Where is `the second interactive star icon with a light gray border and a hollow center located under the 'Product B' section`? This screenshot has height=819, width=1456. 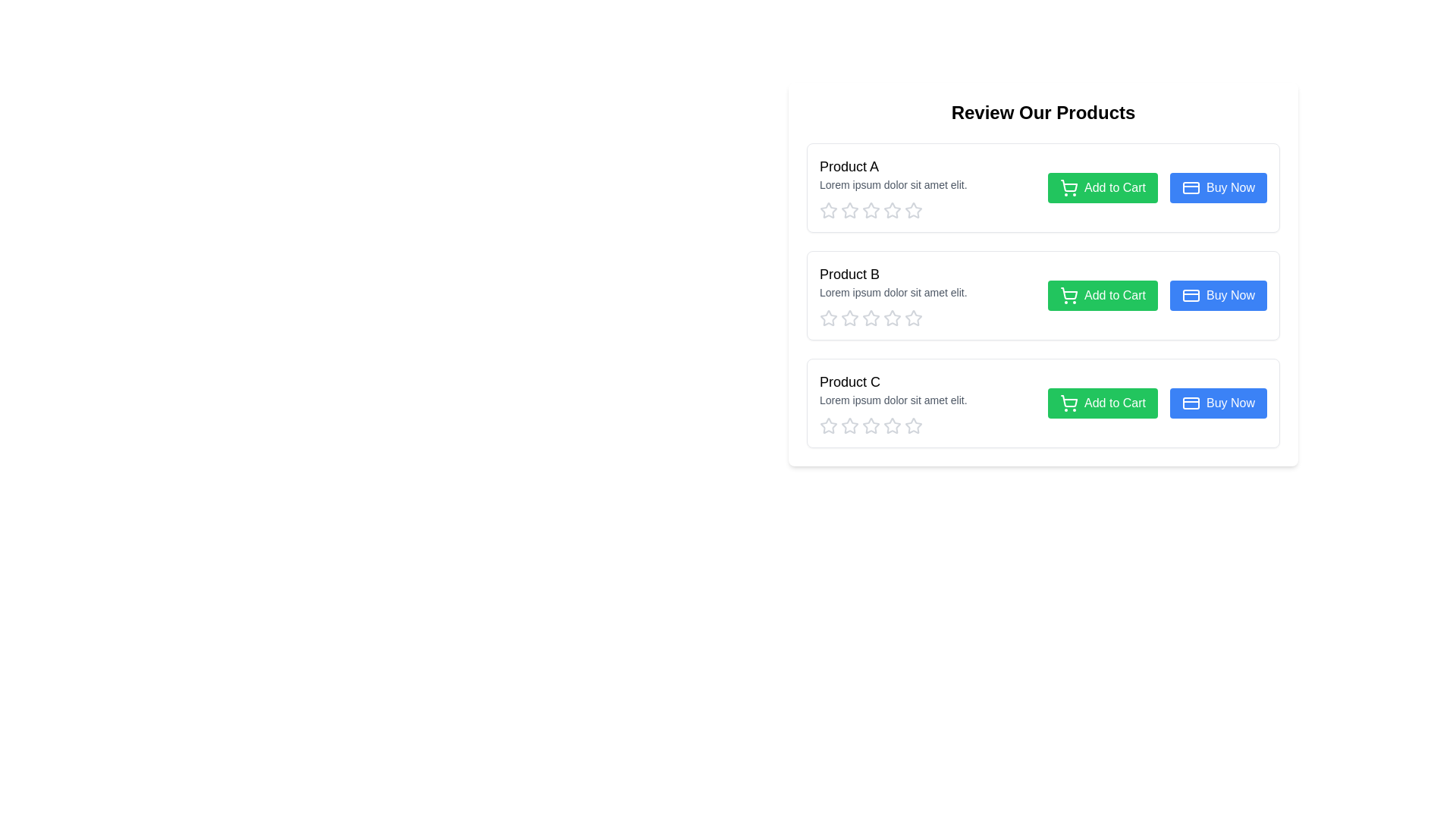
the second interactive star icon with a light gray border and a hollow center located under the 'Product B' section is located at coordinates (892, 317).